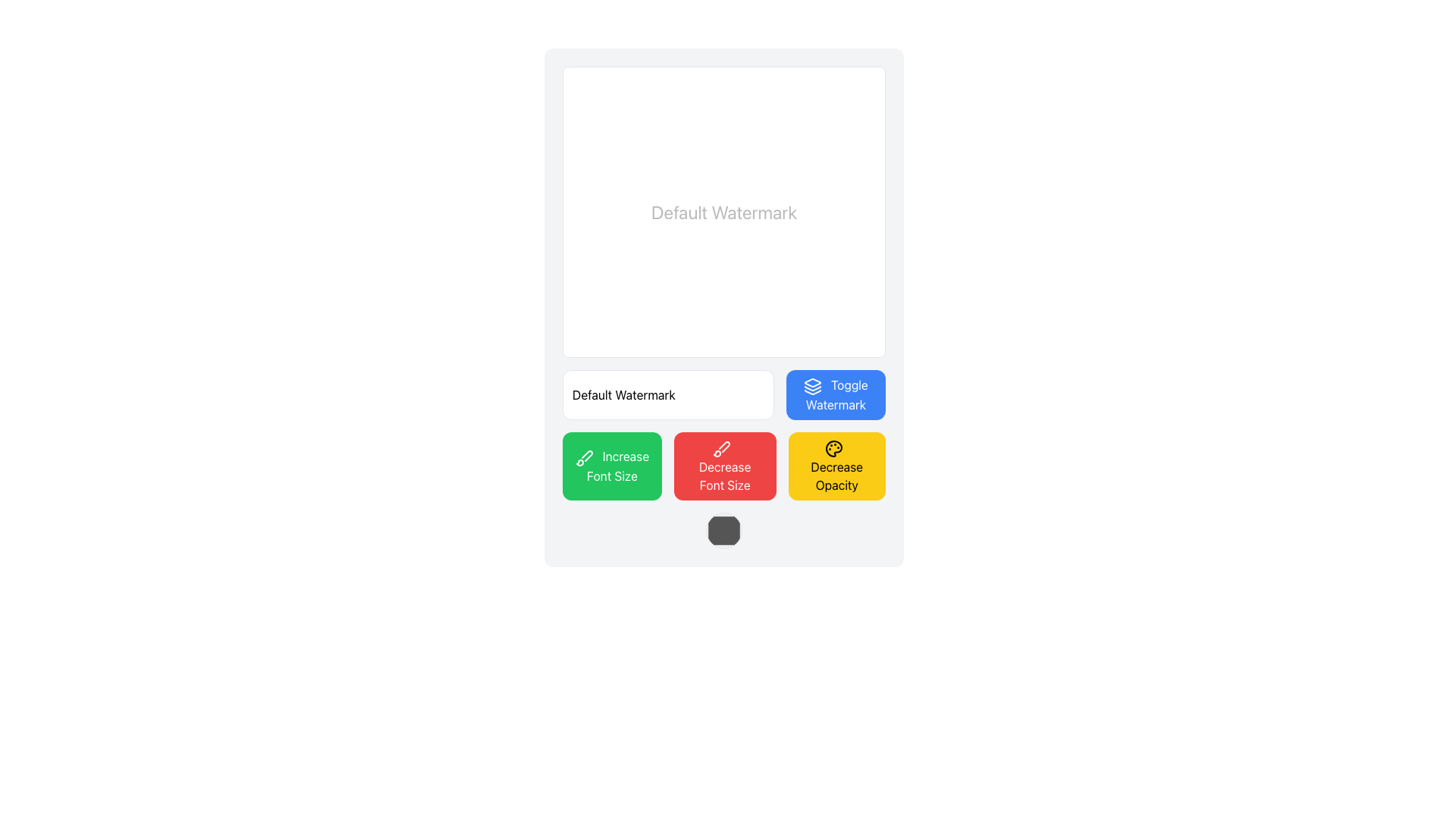  What do you see at coordinates (811, 385) in the screenshot?
I see `the small icon with a layered stack design located to the left of the 'Toggle Watermark' button, which has a blue background and sharp lines` at bounding box center [811, 385].